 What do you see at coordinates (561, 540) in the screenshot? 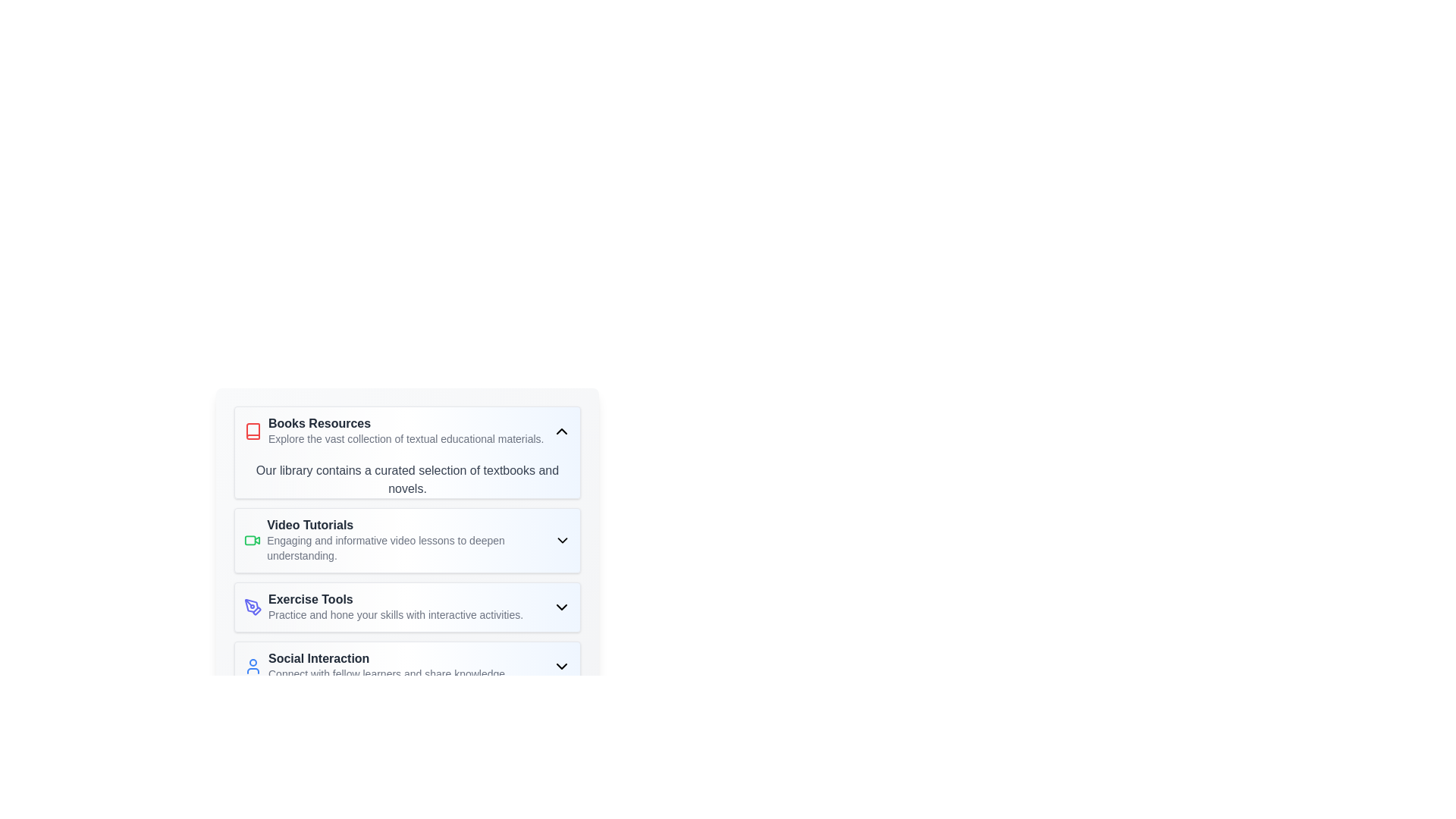
I see `the downward-facing chevron icon next to the 'Video Tutorials' text label` at bounding box center [561, 540].